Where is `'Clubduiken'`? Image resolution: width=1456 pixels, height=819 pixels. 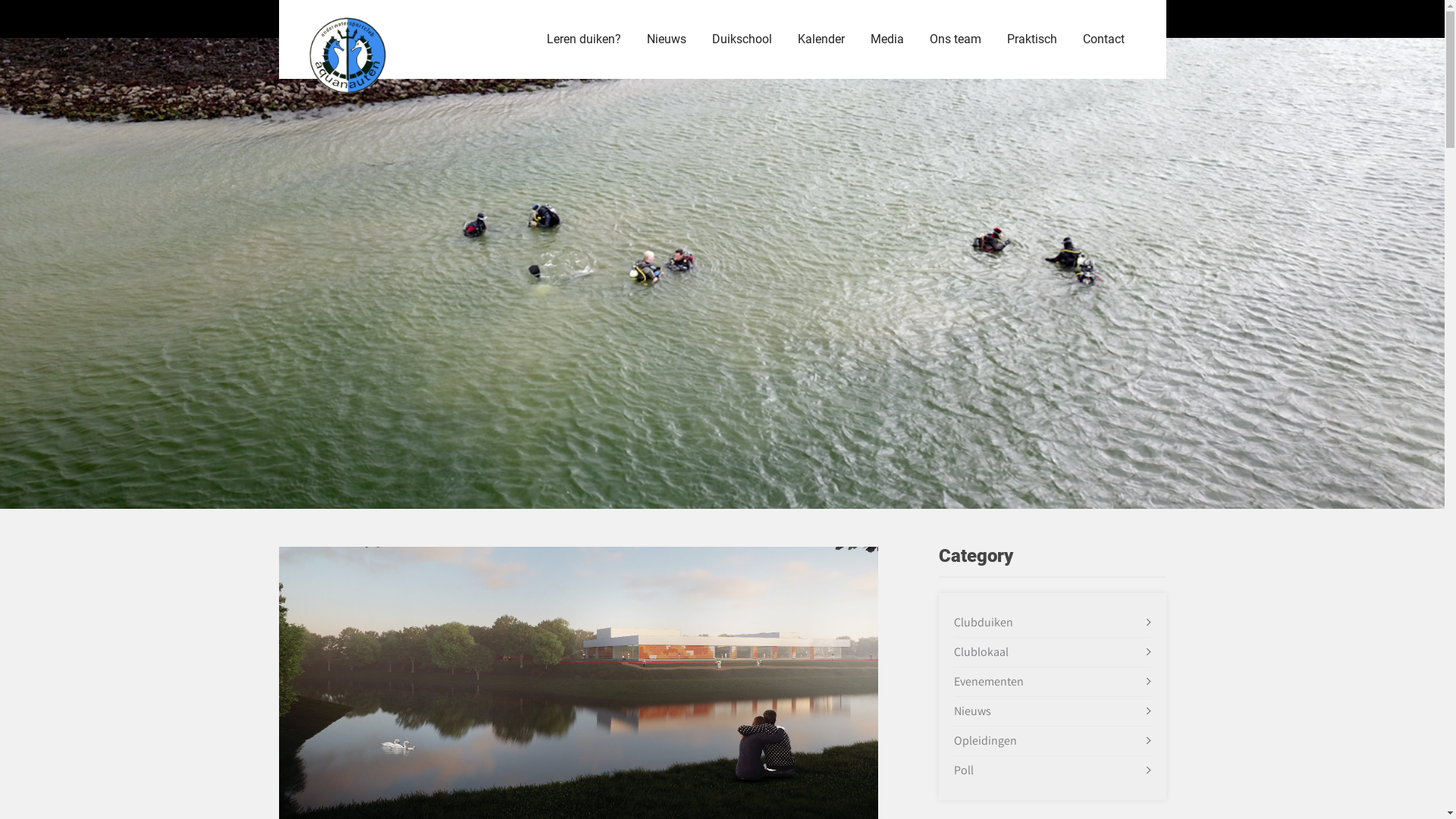 'Clubduiken' is located at coordinates (983, 622).